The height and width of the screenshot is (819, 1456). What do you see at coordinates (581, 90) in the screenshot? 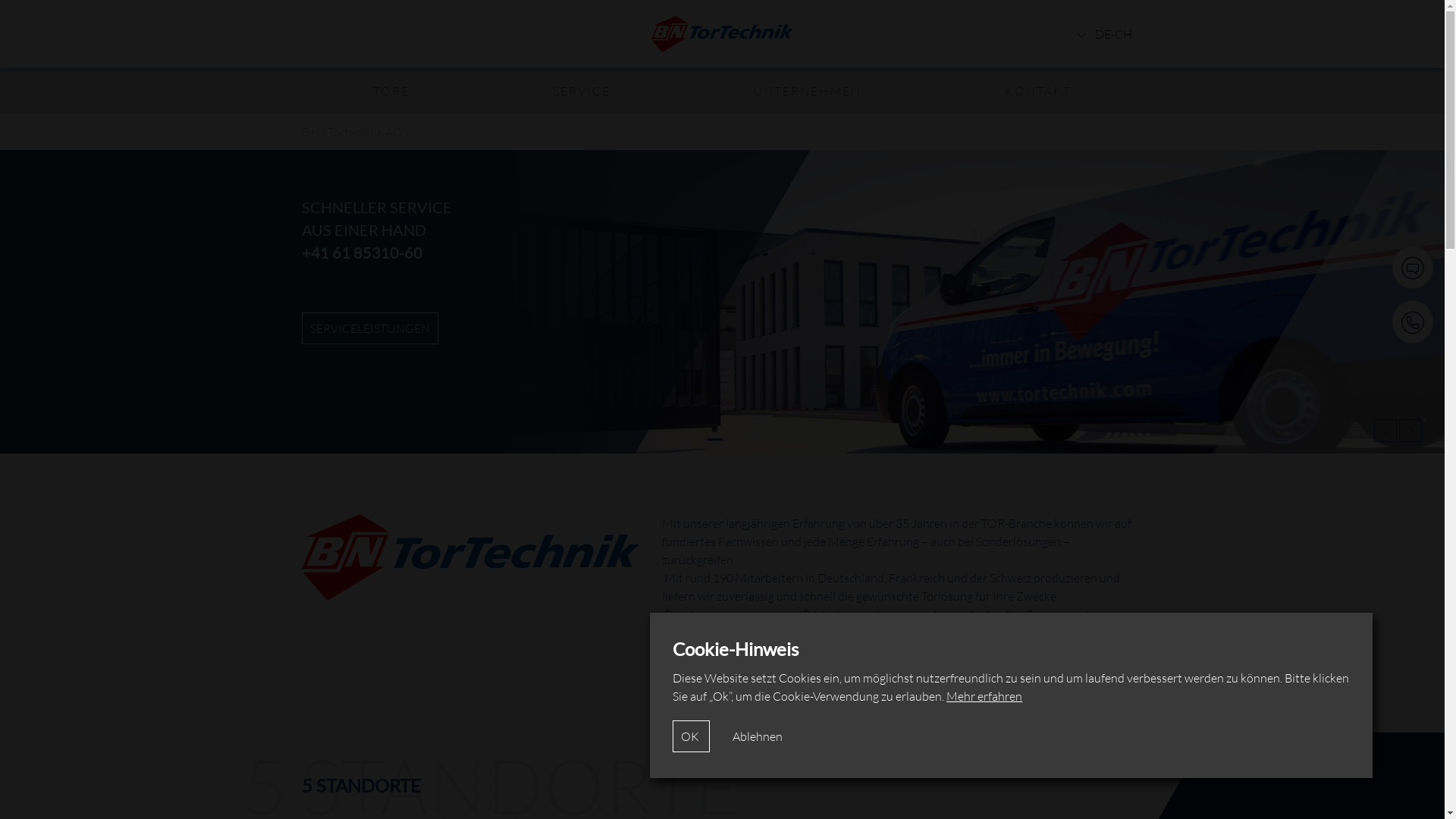
I see `'SERVICE'` at bounding box center [581, 90].